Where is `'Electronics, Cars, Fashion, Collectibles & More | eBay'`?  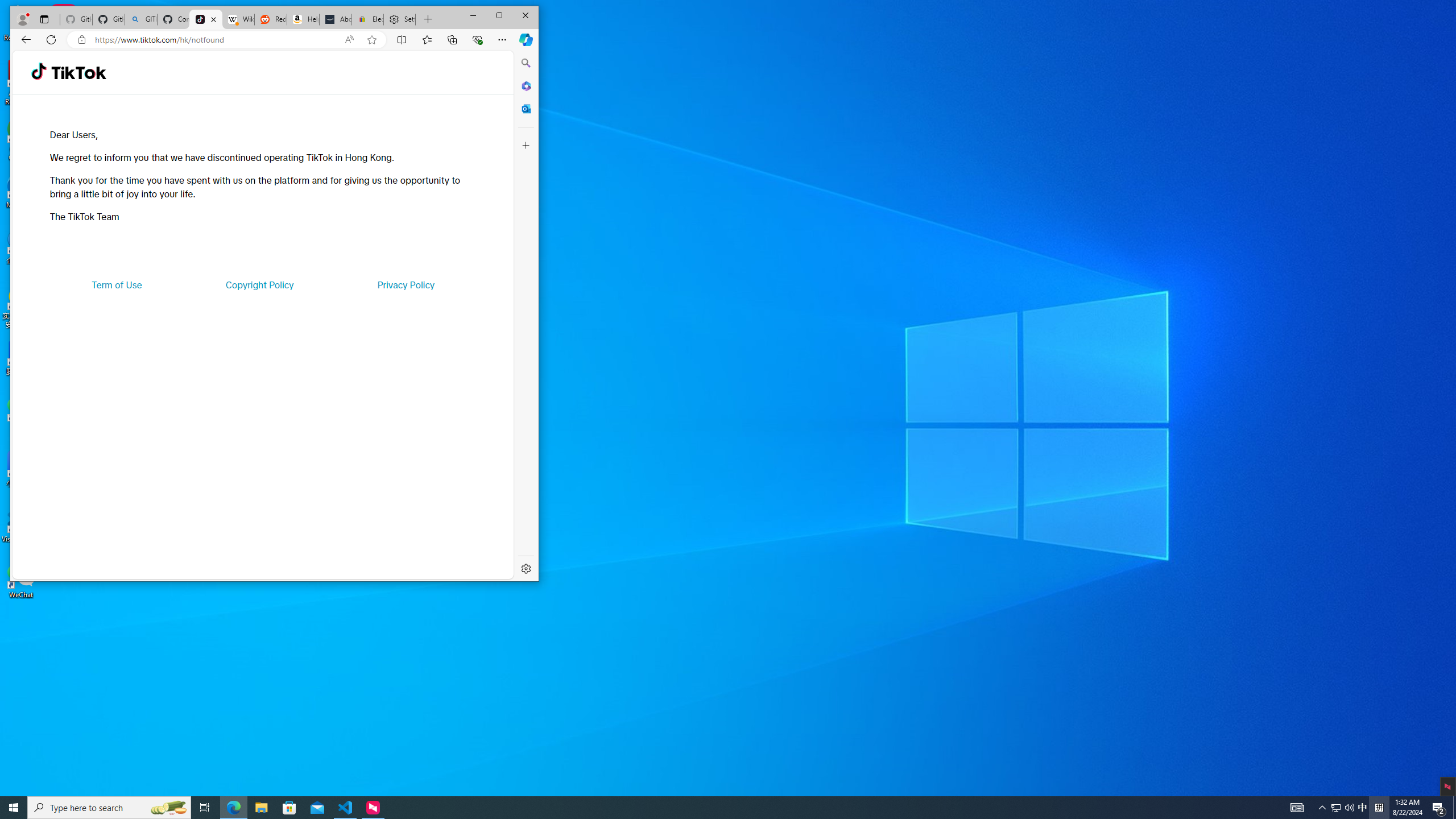
'Electronics, Cars, Fashion, Collectibles & More | eBay' is located at coordinates (367, 19).